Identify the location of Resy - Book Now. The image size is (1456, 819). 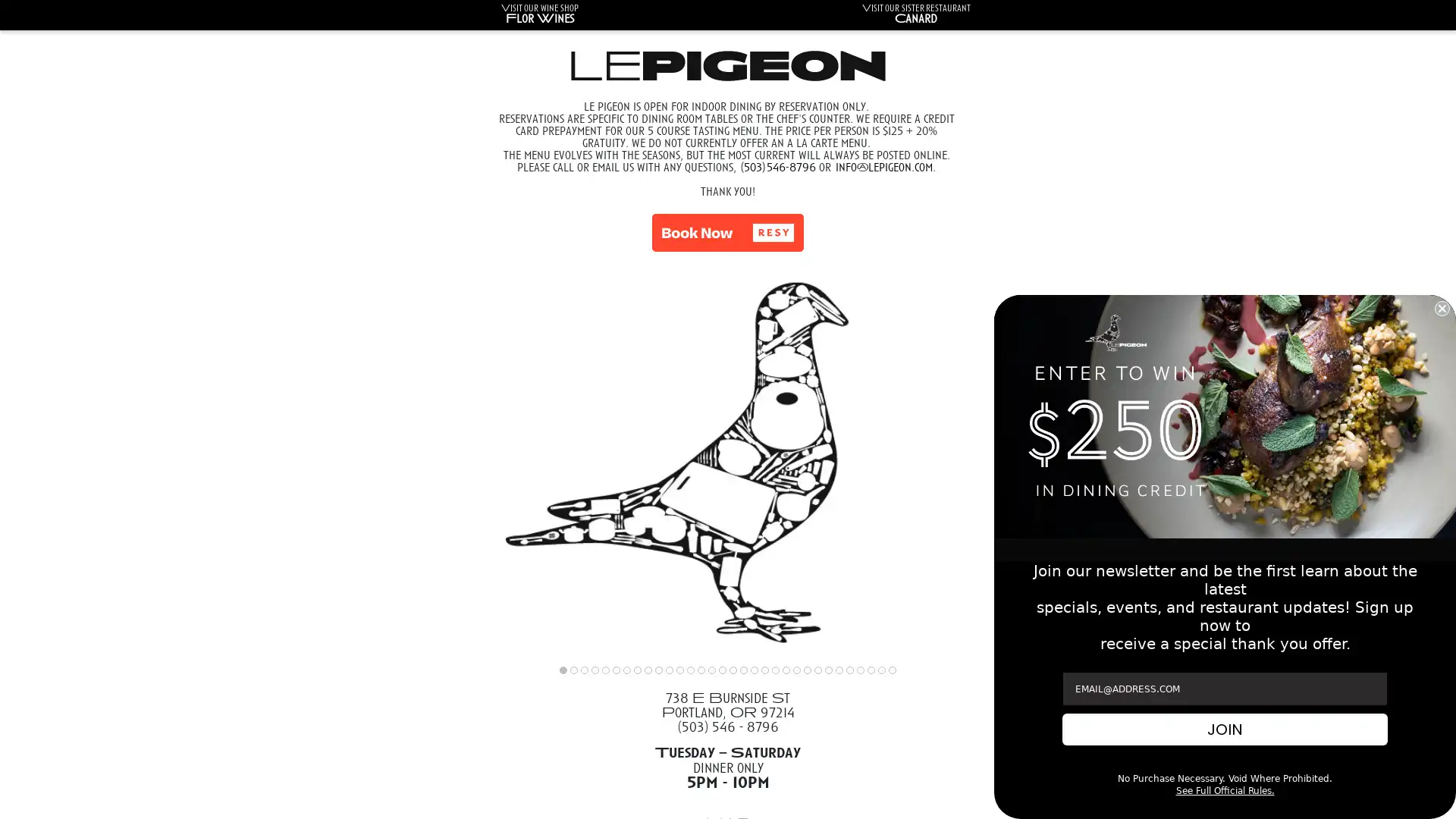
(728, 233).